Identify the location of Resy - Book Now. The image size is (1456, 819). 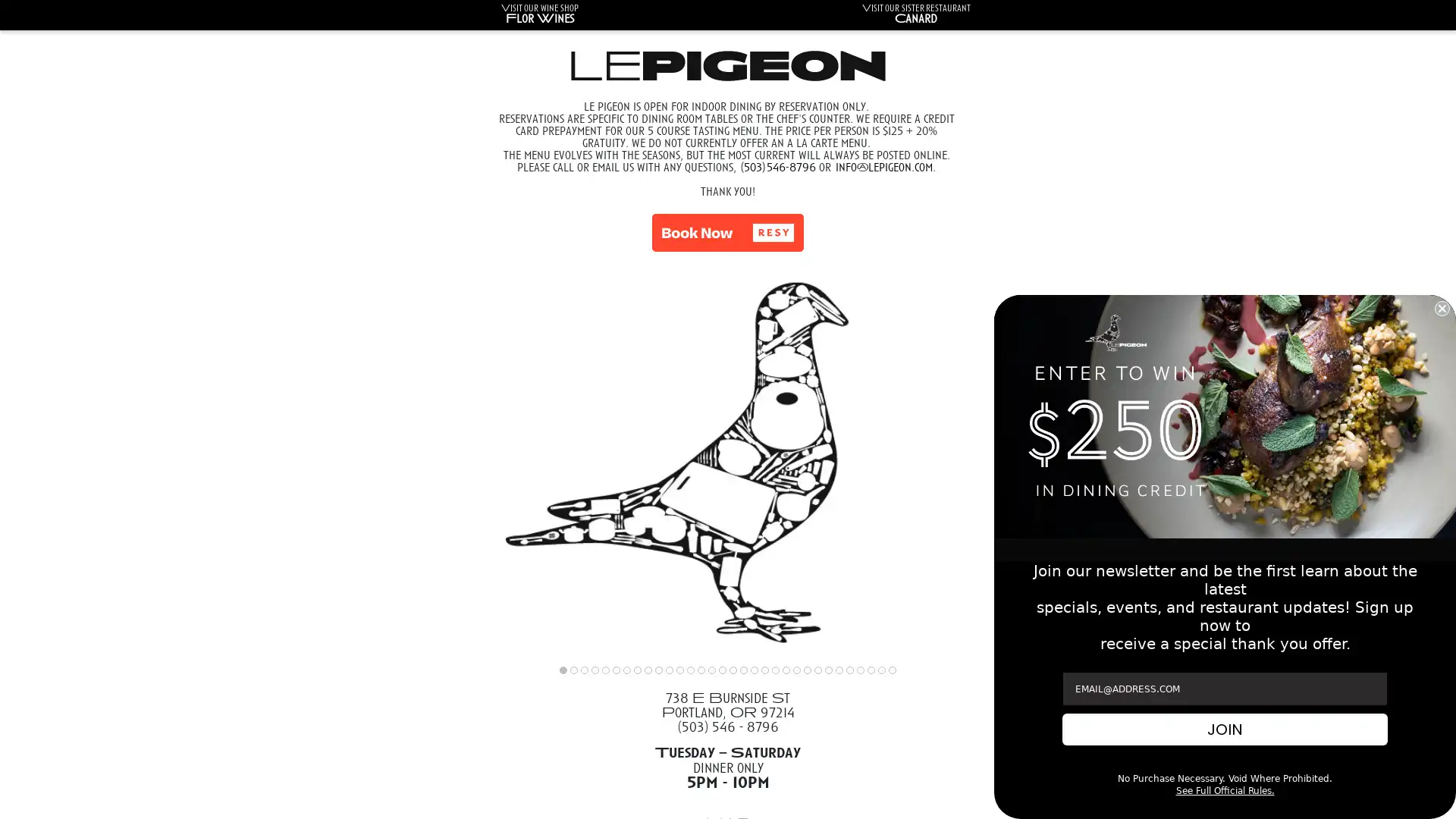
(728, 233).